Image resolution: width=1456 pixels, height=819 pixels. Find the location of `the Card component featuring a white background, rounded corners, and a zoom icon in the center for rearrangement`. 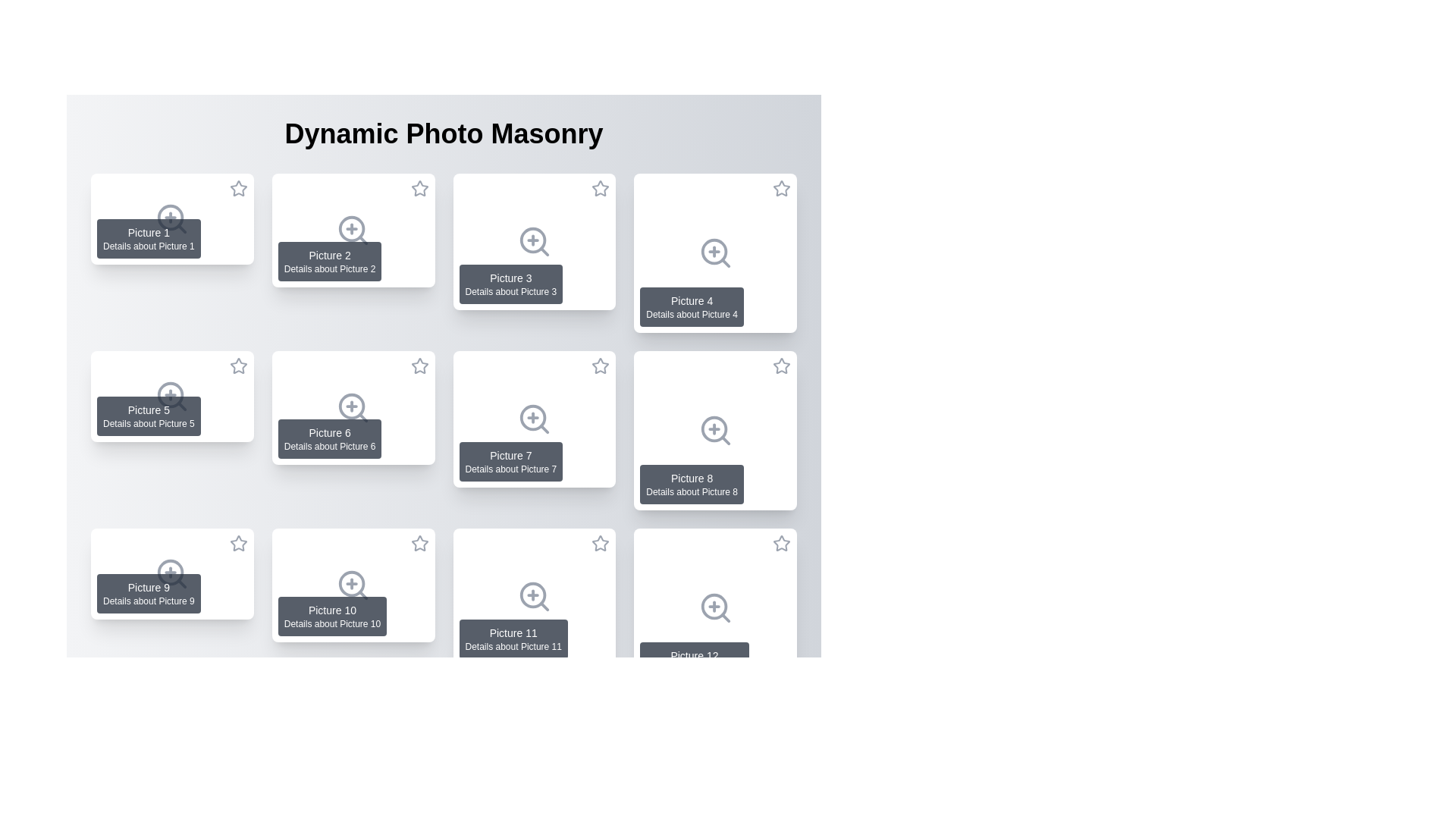

the Card component featuring a white background, rounded corners, and a zoom icon in the center for rearrangement is located at coordinates (534, 595).